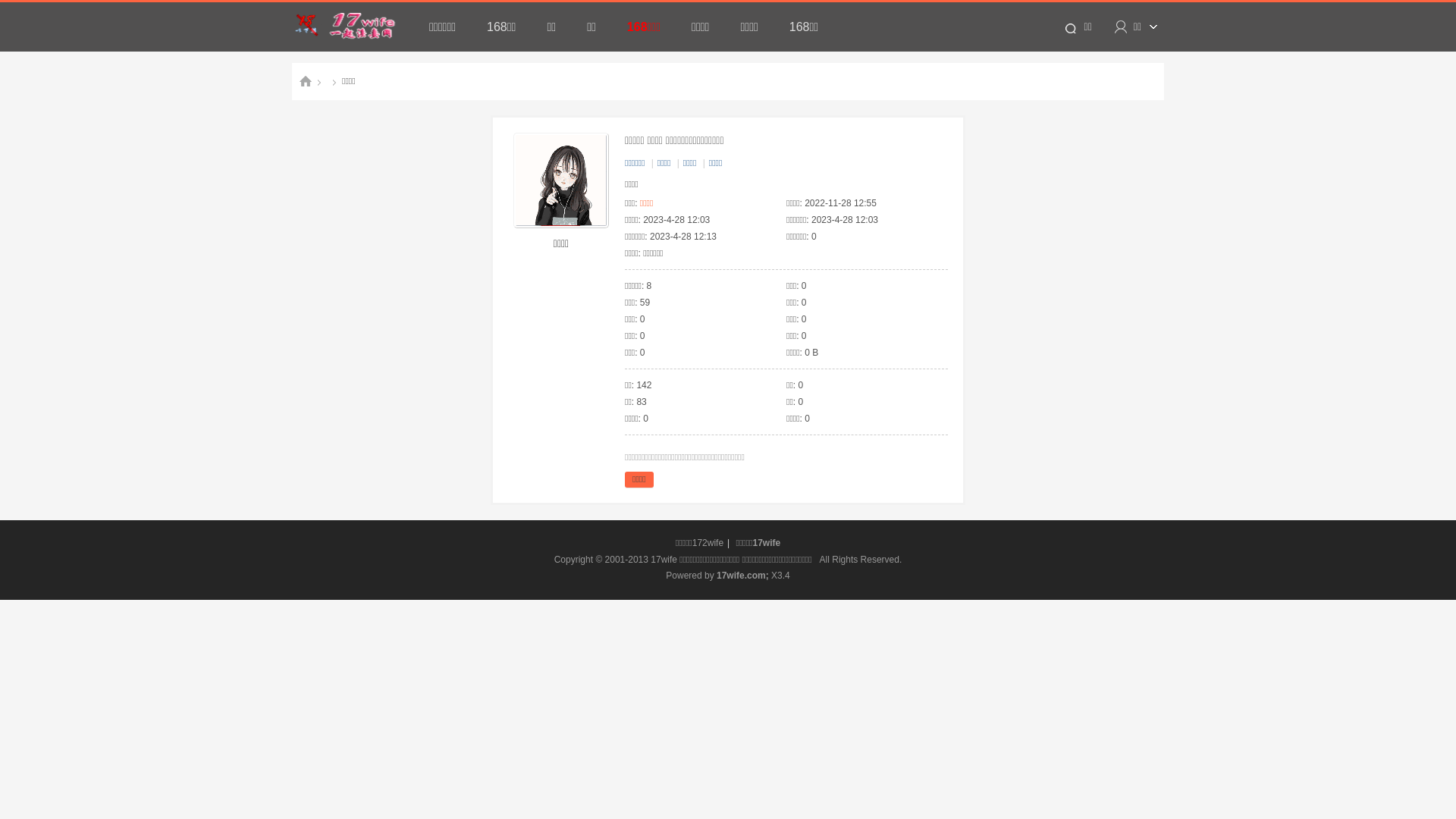 This screenshot has width=1456, height=819. Describe the element at coordinates (742, 576) in the screenshot. I see `'17wife.com;'` at that location.